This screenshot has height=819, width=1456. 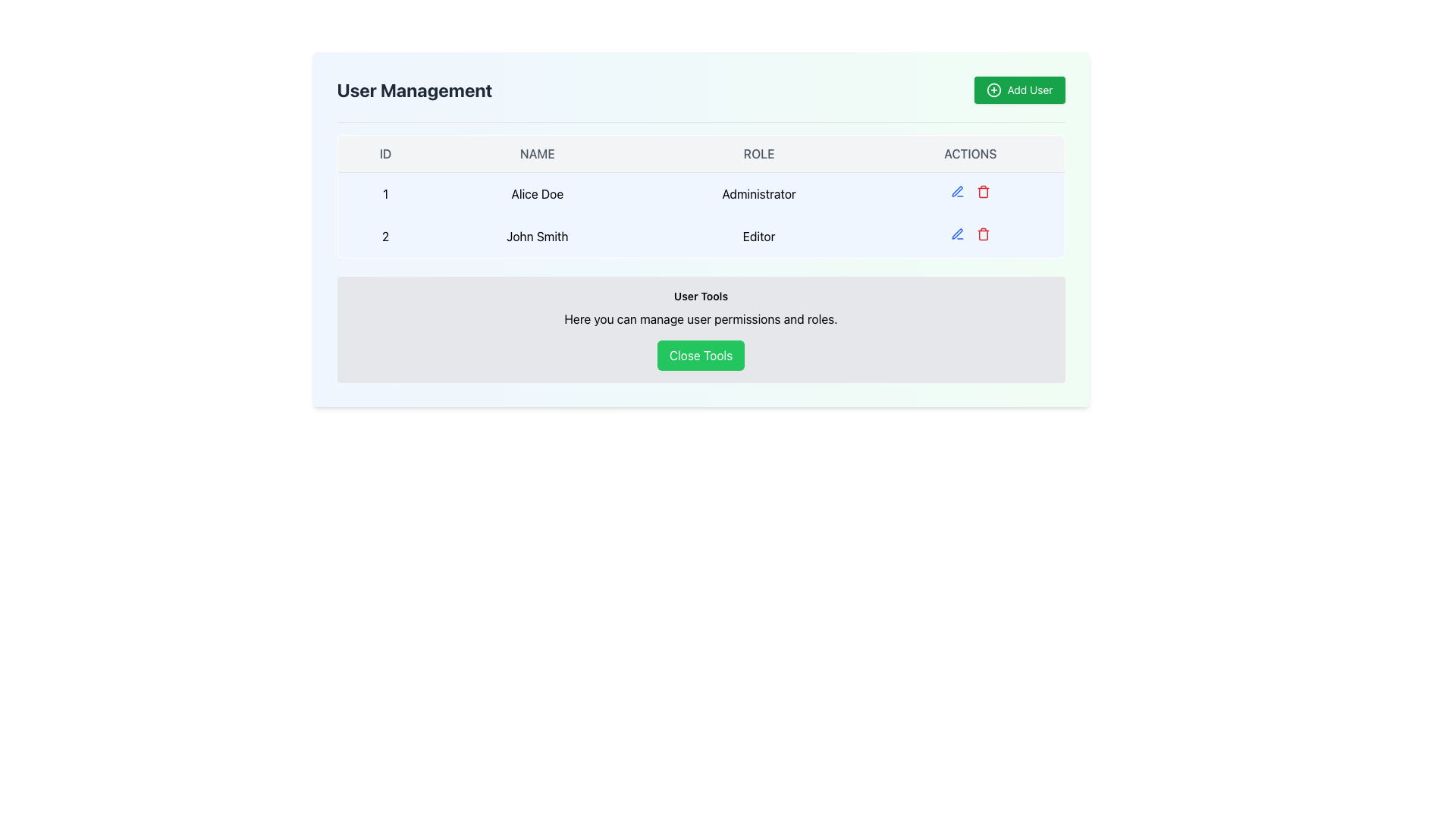 What do you see at coordinates (983, 191) in the screenshot?
I see `the red trash can icon button located in the Actions column of the second row under the Editor role` at bounding box center [983, 191].